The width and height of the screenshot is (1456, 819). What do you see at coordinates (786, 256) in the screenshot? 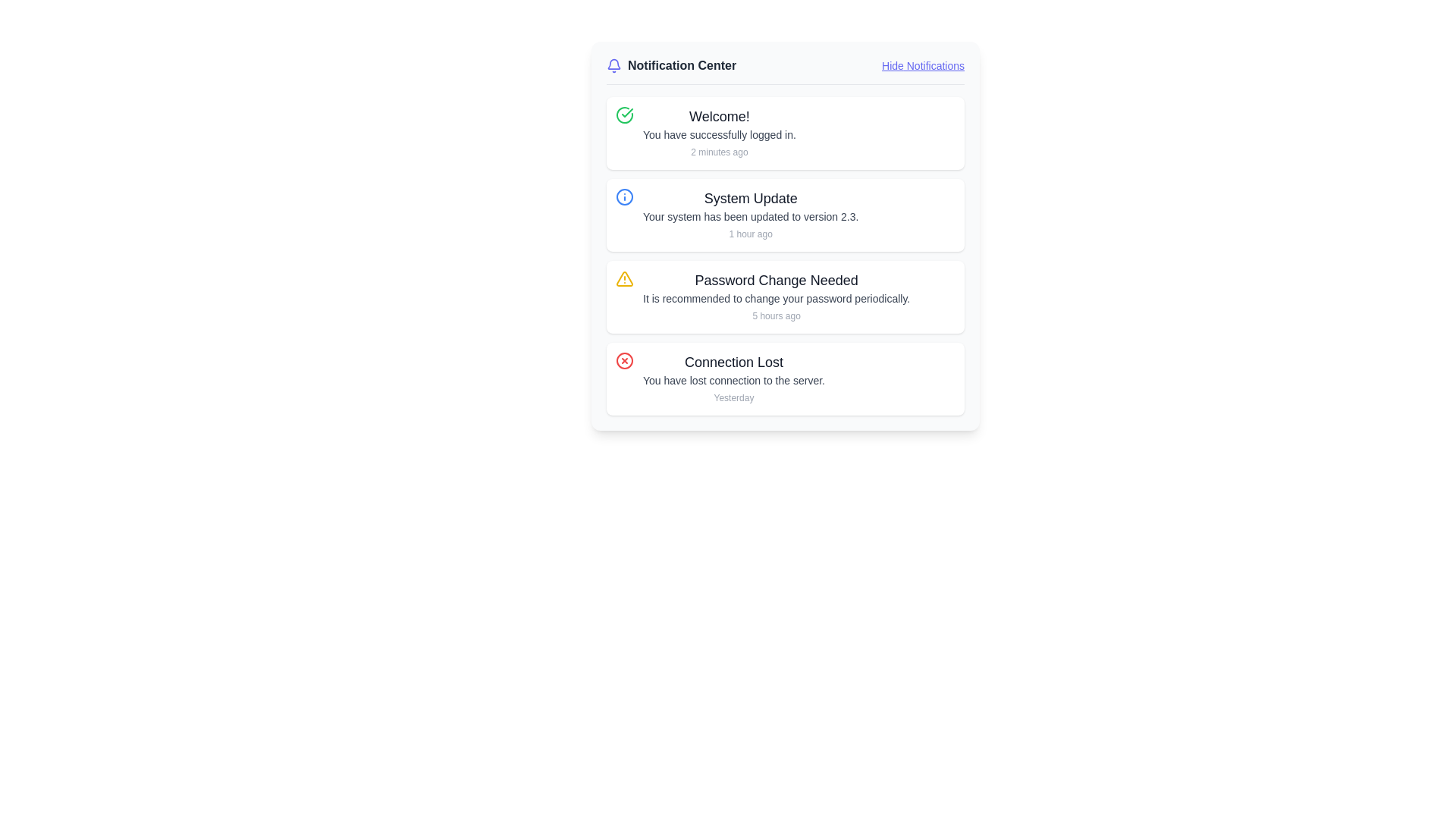
I see `the Notification card that displays a recommendation to change the password periodically, located in the Notification Center` at bounding box center [786, 256].